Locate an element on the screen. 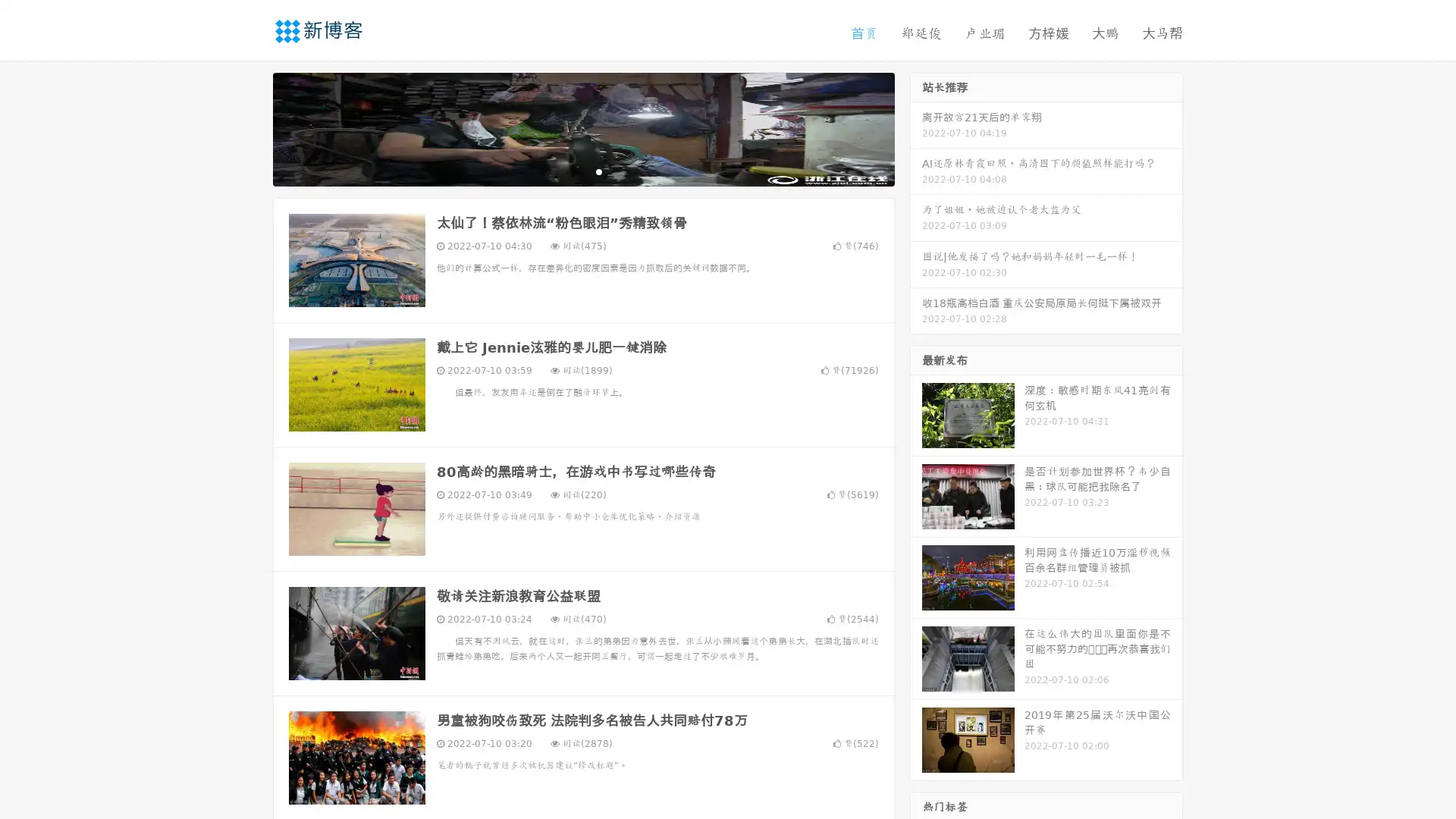 The height and width of the screenshot is (819, 1456). Go to slide 1 is located at coordinates (567, 171).